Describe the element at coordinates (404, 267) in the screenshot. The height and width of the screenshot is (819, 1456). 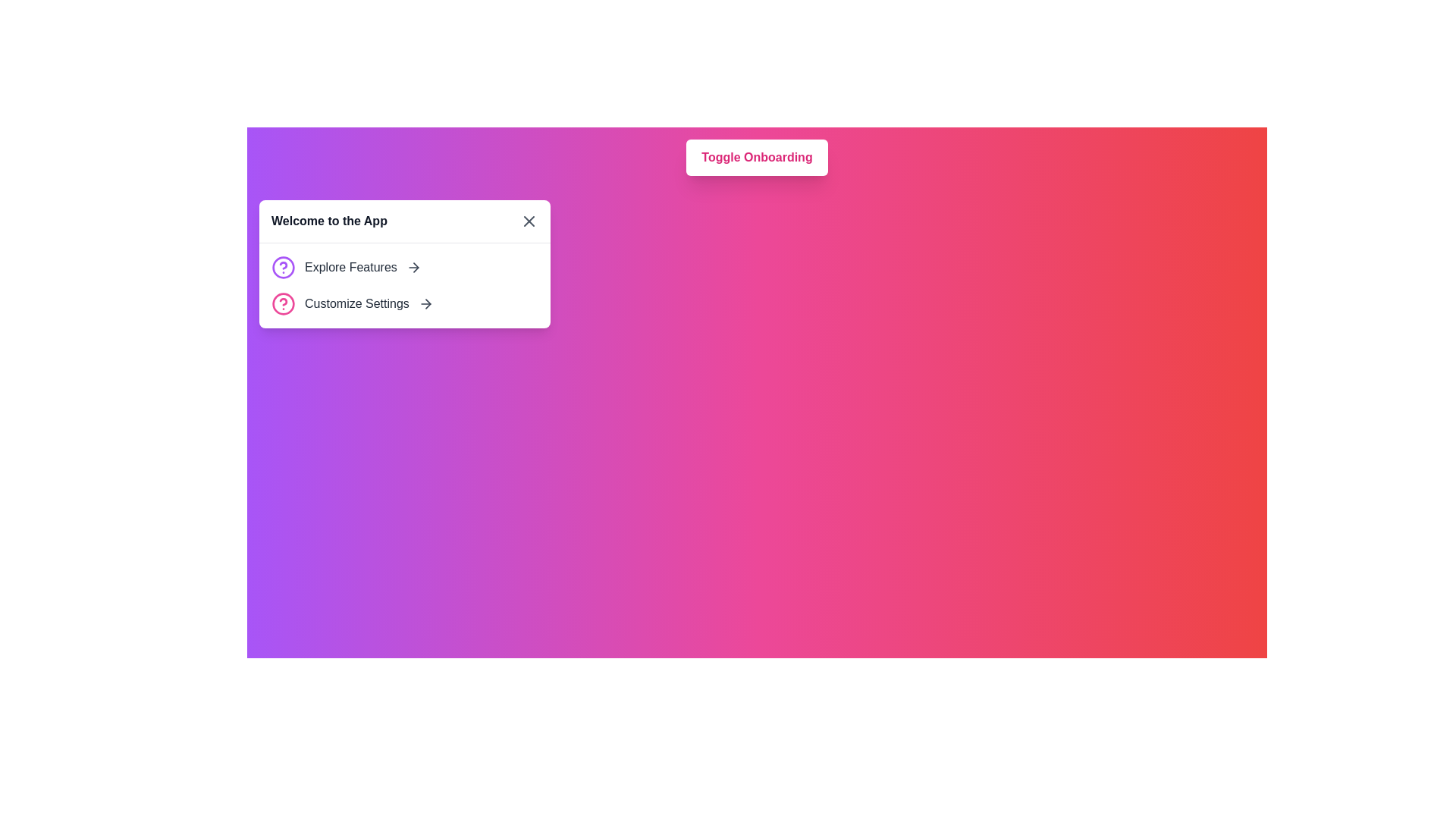
I see `the first clickable list item under the title 'Welcome to the App'` at that location.